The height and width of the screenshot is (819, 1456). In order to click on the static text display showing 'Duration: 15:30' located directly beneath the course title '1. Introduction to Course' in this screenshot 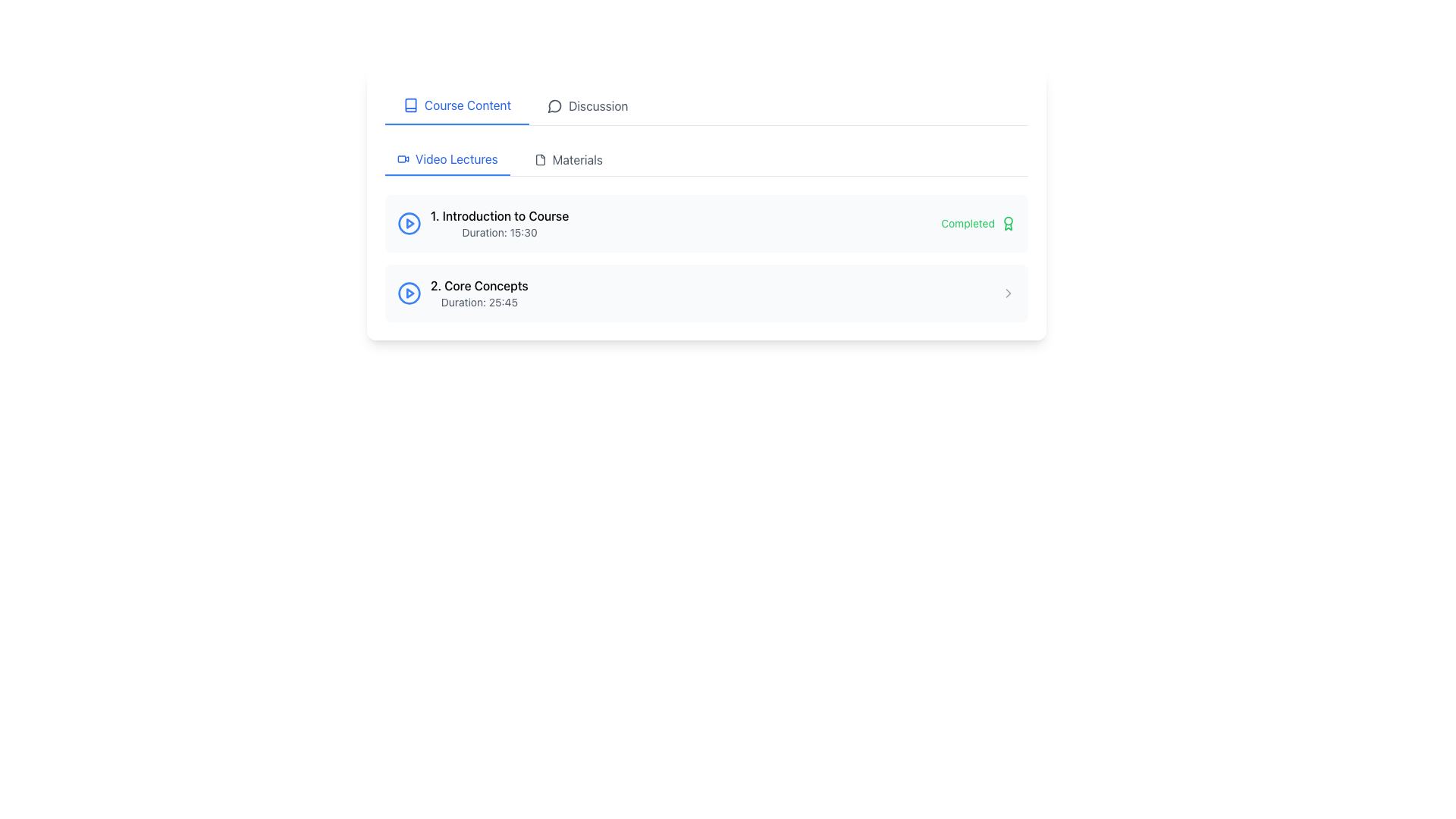, I will do `click(500, 233)`.